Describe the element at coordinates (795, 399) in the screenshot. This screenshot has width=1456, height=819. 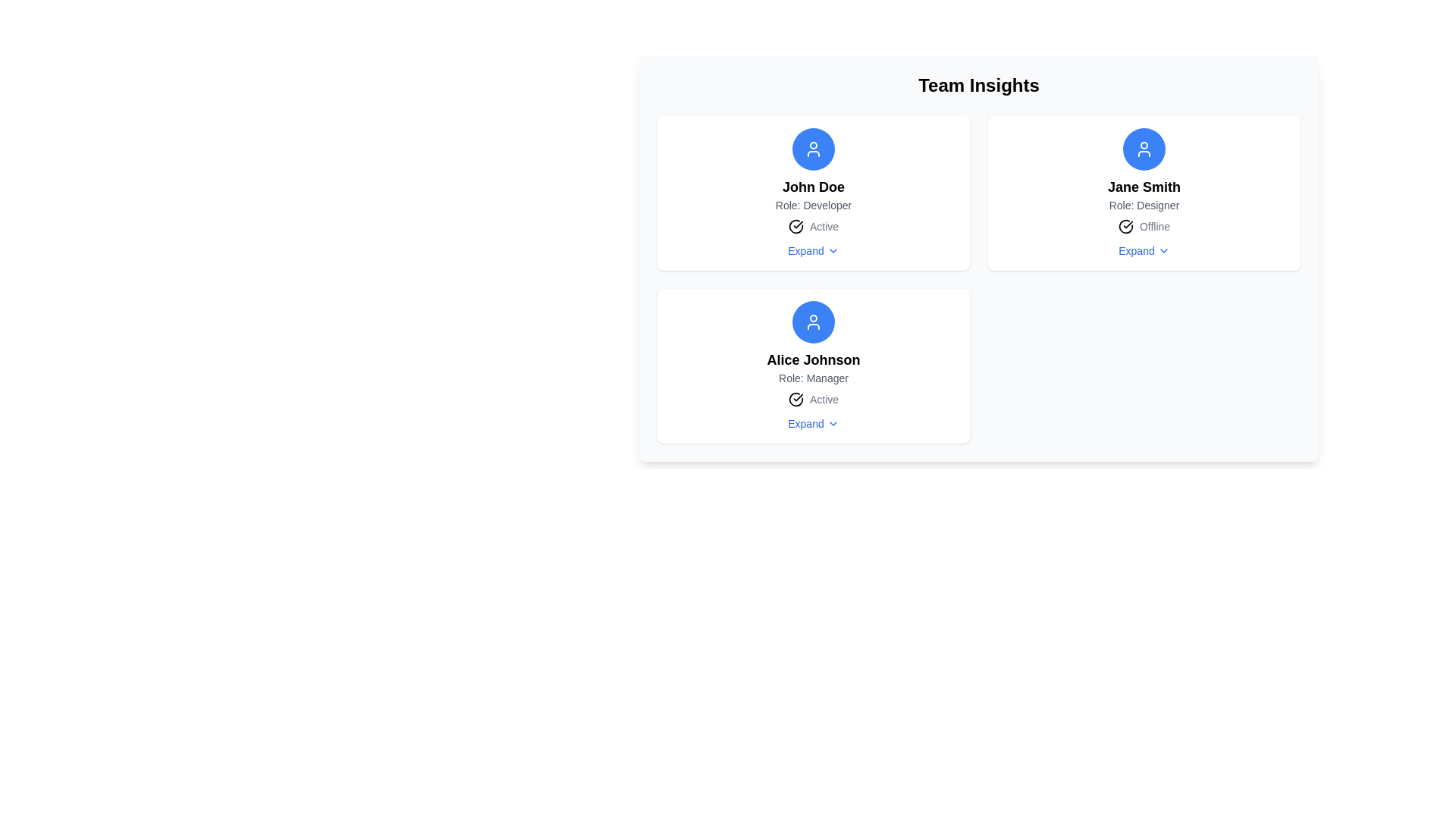
I see `the status indicator icon to the left of the text 'Active' in Alice Johnson's user card` at that location.